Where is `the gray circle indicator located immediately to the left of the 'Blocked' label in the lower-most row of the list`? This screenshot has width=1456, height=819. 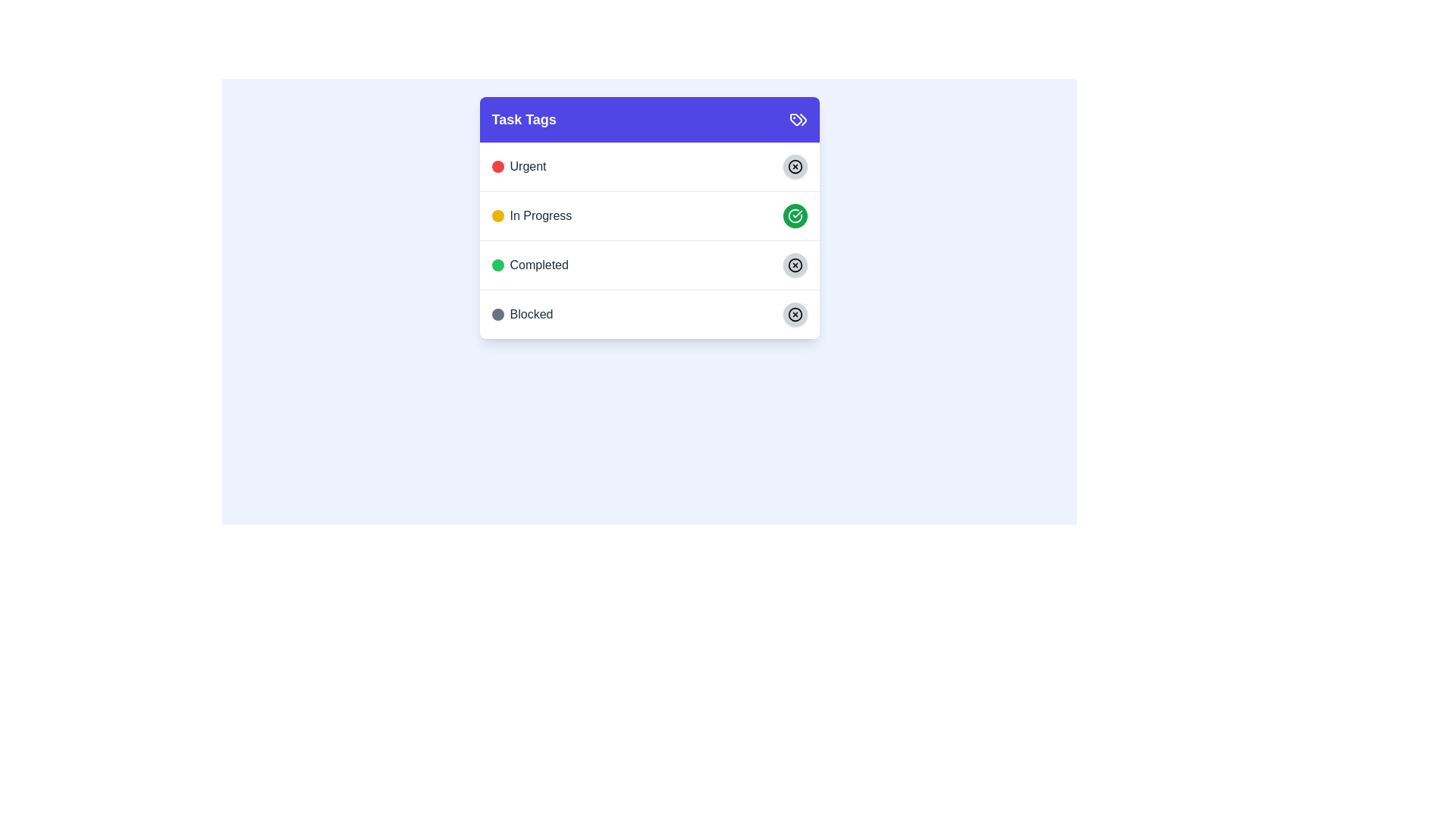 the gray circle indicator located immediately to the left of the 'Blocked' label in the lower-most row of the list is located at coordinates (497, 314).